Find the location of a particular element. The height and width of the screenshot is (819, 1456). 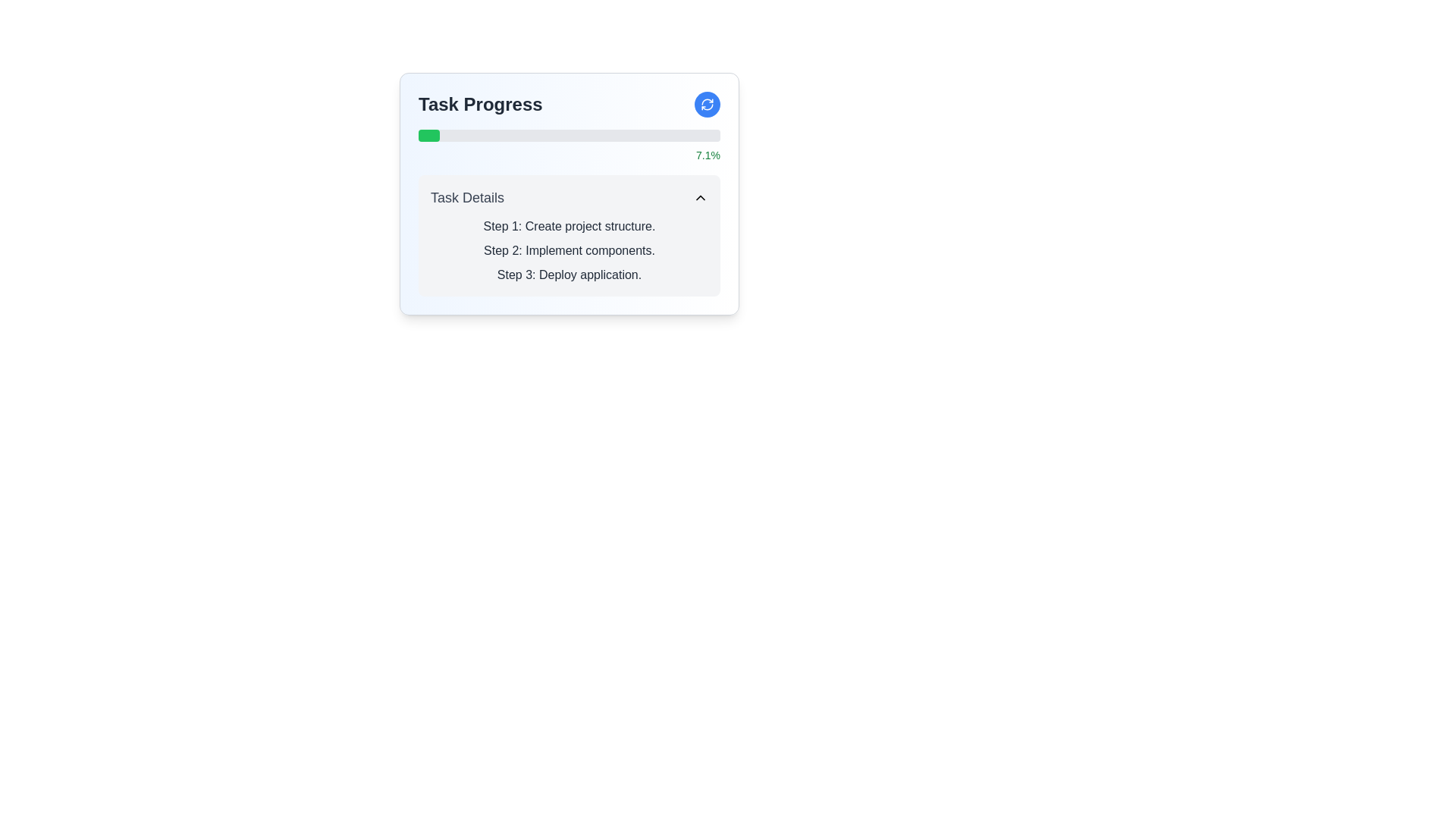

progress value displayed on the progress bar located within the 'Task Progress' section, which shows the current progress percentage next to the filled green portion of the bar is located at coordinates (568, 146).